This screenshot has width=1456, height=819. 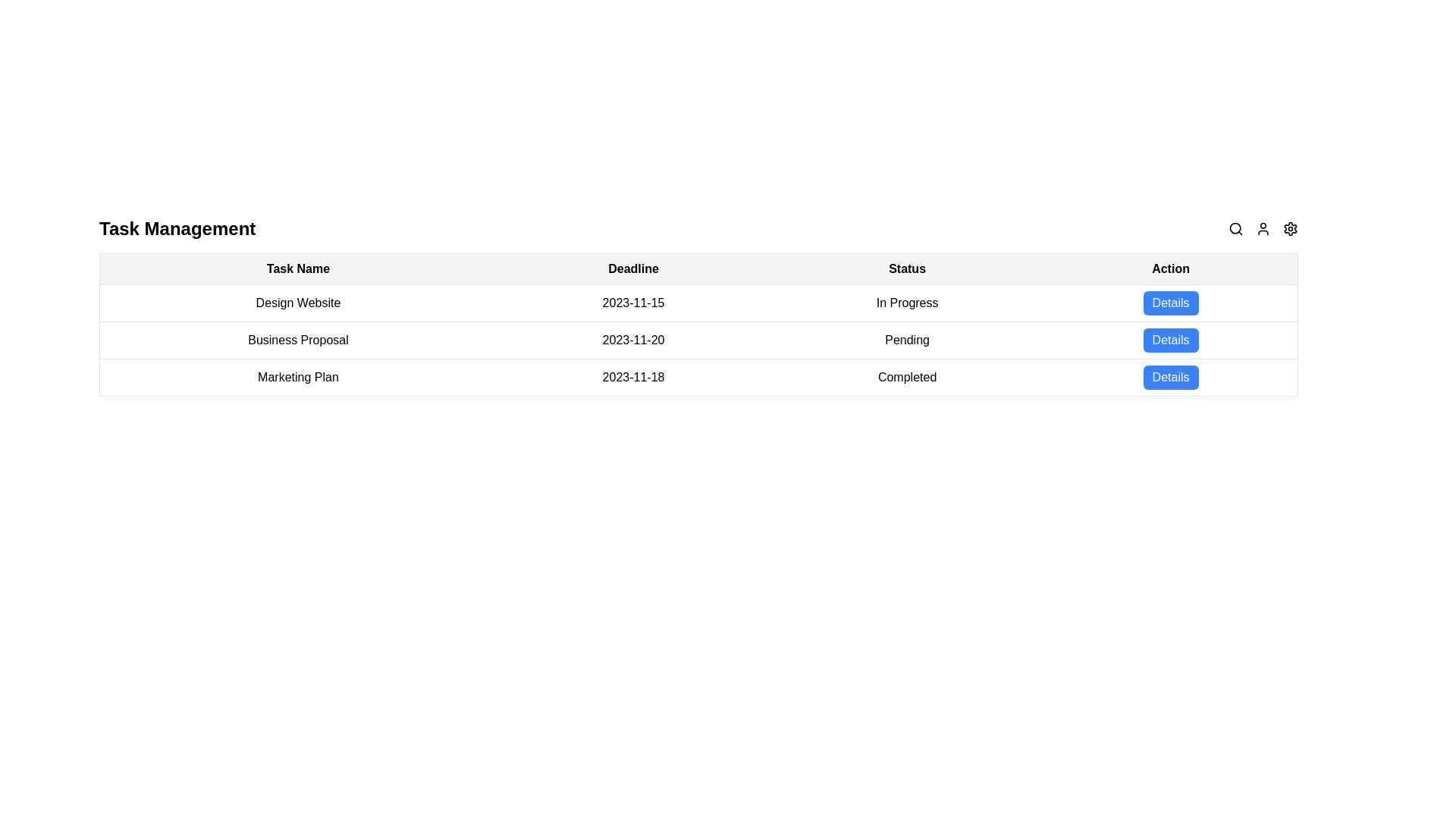 I want to click on the user profile icon, which is a small, minimalist design located in the top right bar of the interface, positioned between a magnifying glass search icon and a gear icon, so click(x=1263, y=228).